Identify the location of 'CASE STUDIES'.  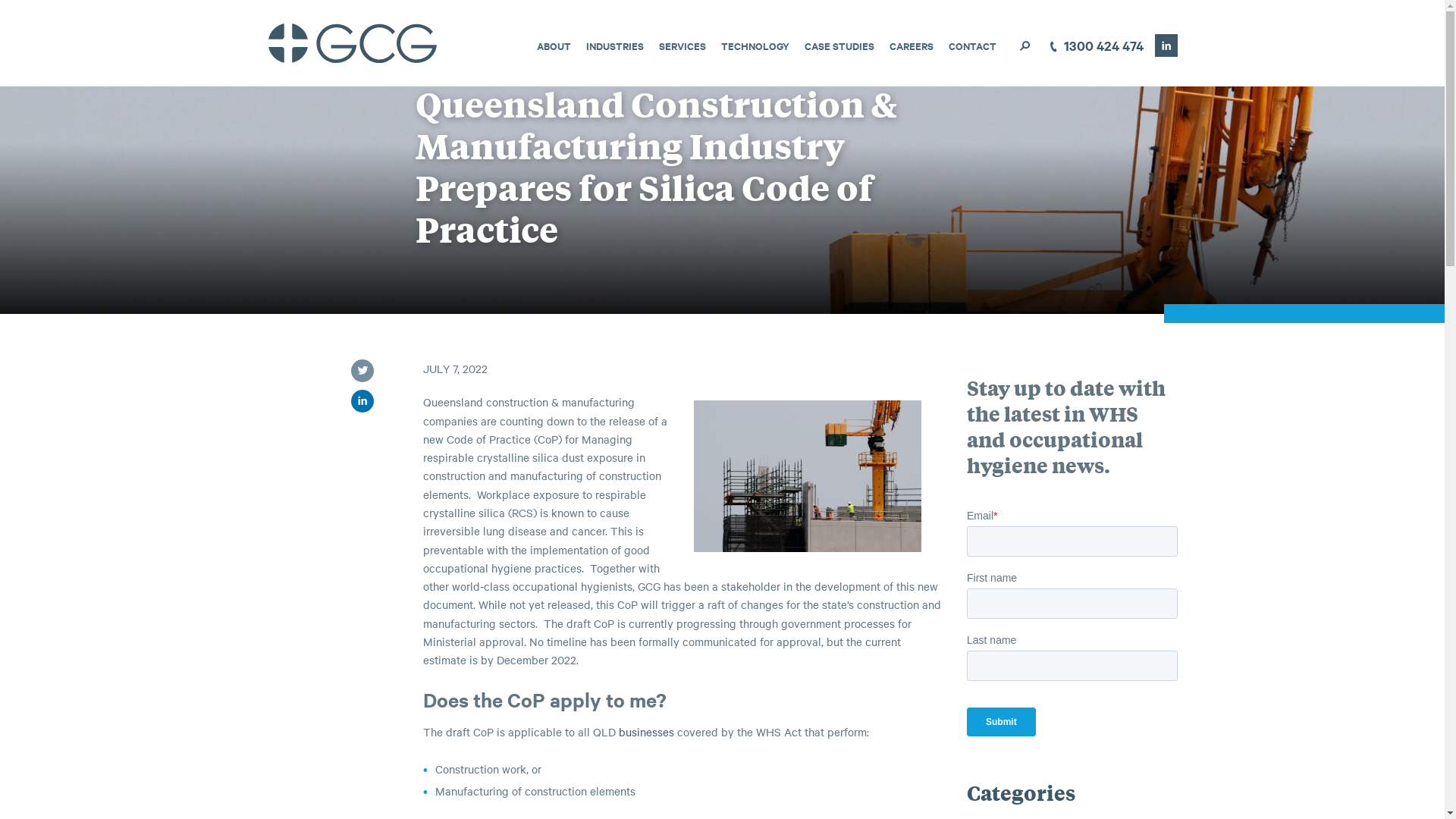
(837, 45).